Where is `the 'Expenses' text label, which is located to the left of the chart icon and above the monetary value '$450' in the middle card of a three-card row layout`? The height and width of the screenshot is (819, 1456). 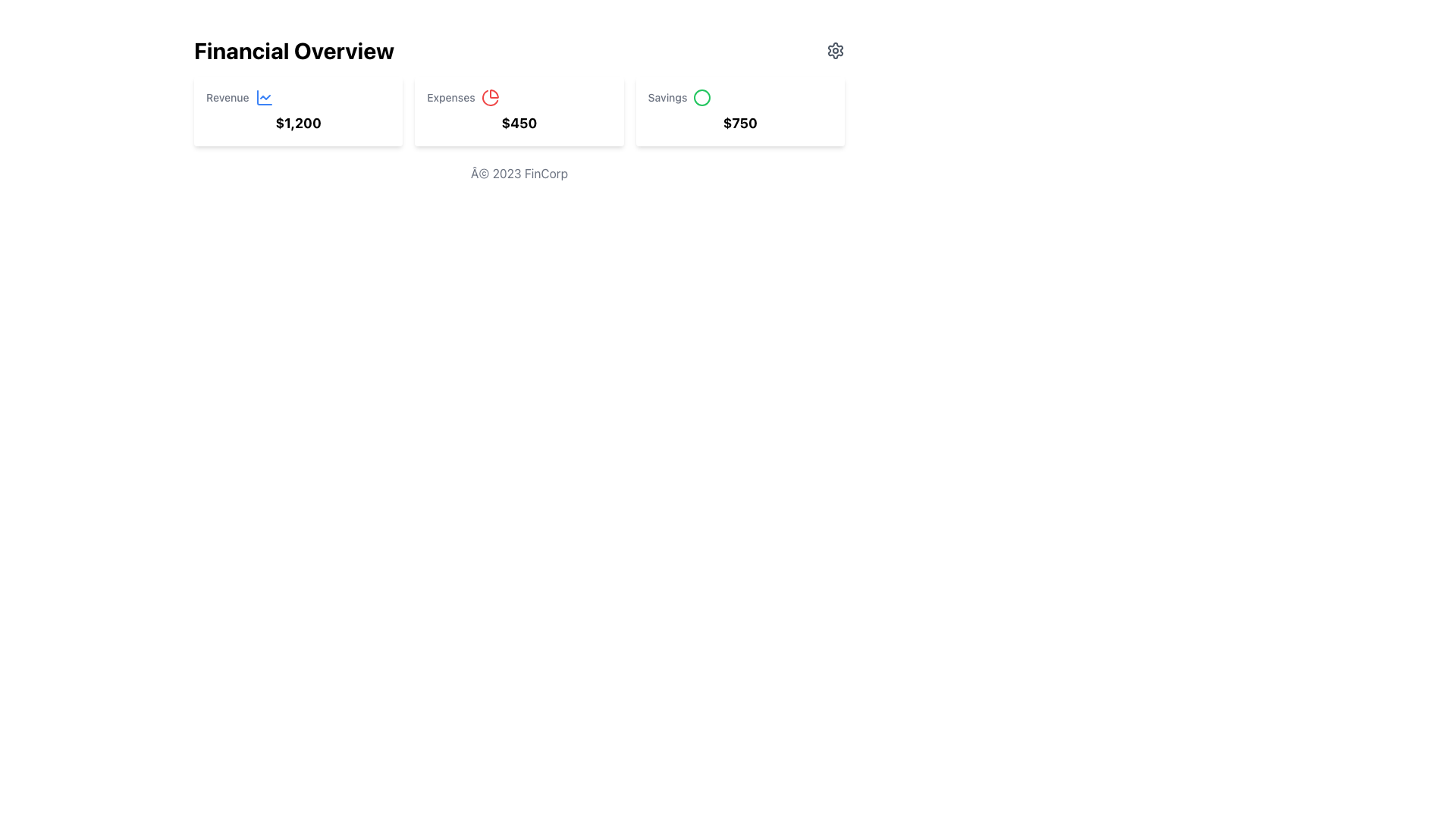 the 'Expenses' text label, which is located to the left of the chart icon and above the monetary value '$450' in the middle card of a three-card row layout is located at coordinates (450, 97).